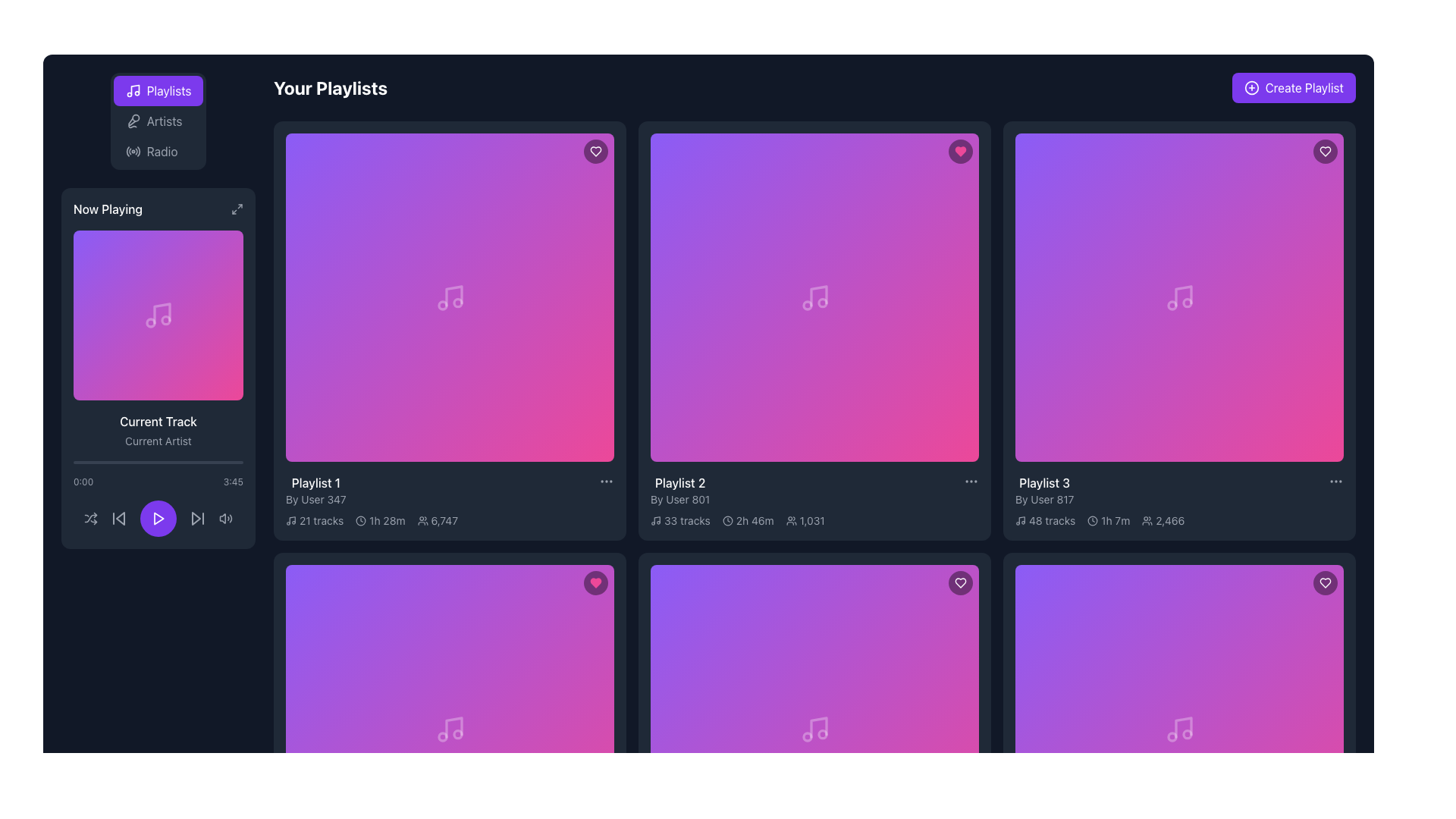 The image size is (1456, 819). I want to click on text displaying the total duration of the playlist in hours and minutes, located in the middle-right cell under 'Playlist 3', so click(1109, 519).